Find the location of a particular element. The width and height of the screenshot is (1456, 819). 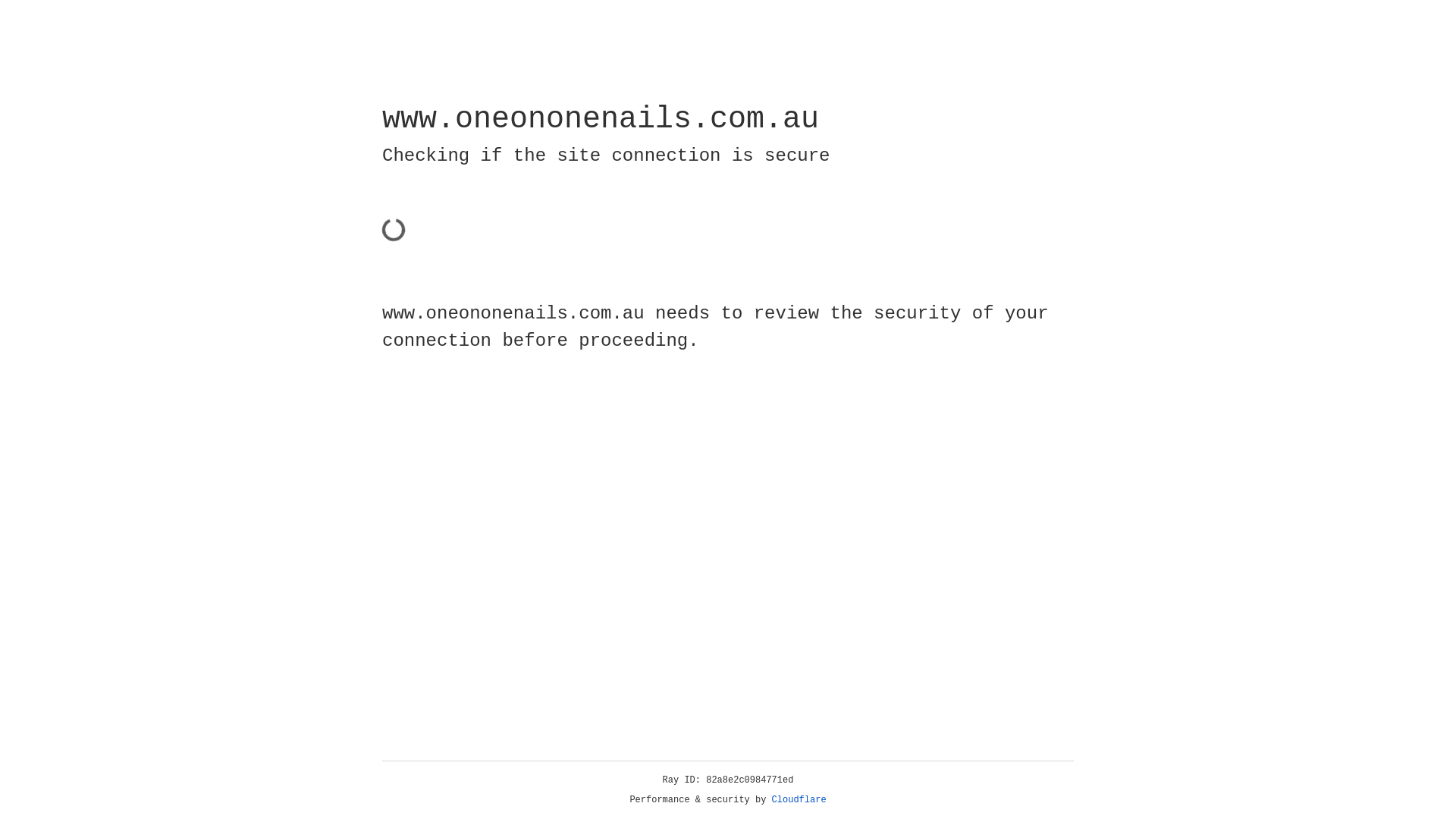

'Cloudflare' is located at coordinates (799, 799).